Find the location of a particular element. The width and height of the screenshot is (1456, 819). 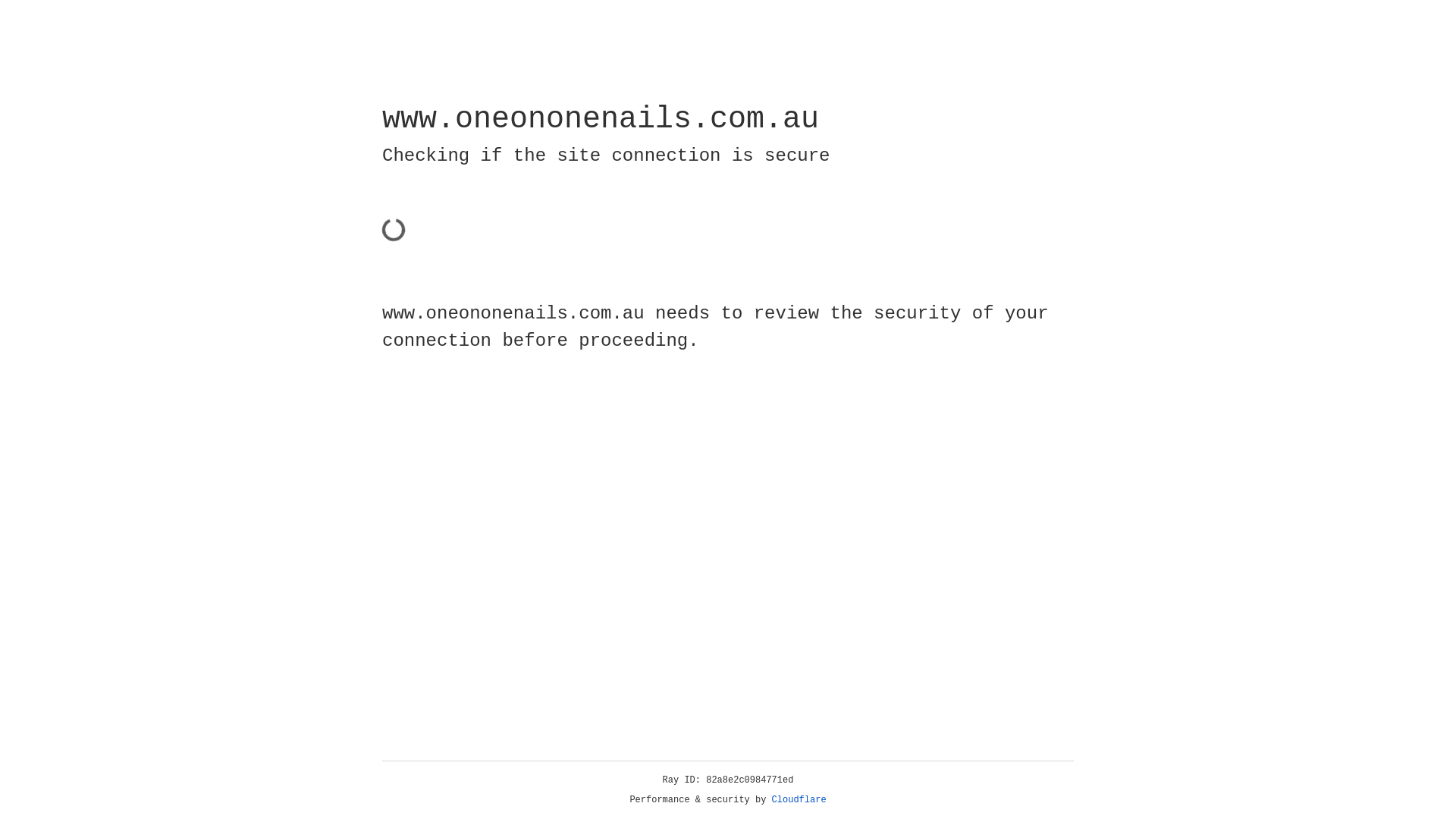

'Cloudflare' is located at coordinates (799, 799).